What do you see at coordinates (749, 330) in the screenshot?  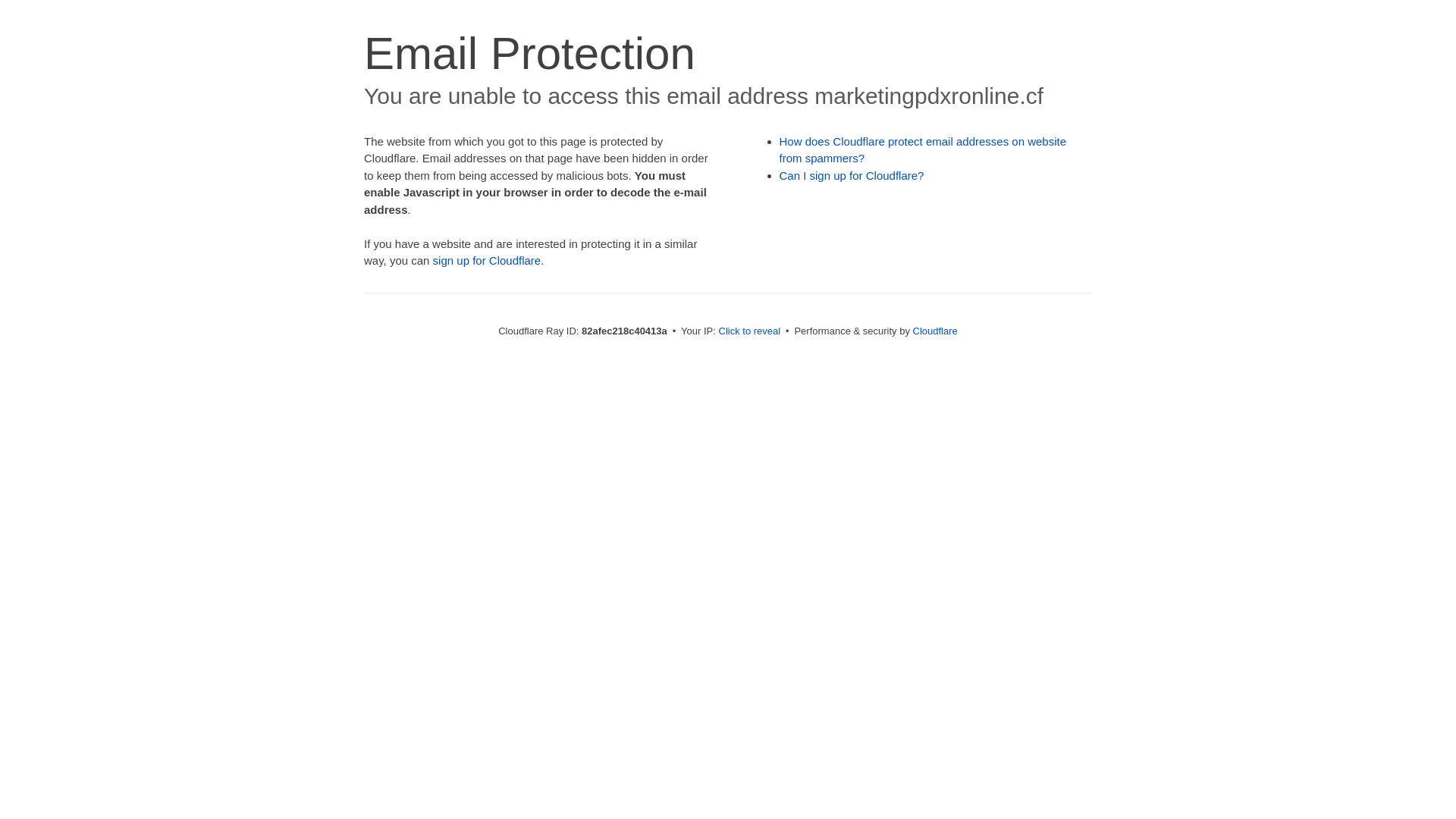 I see `'Click to reveal'` at bounding box center [749, 330].